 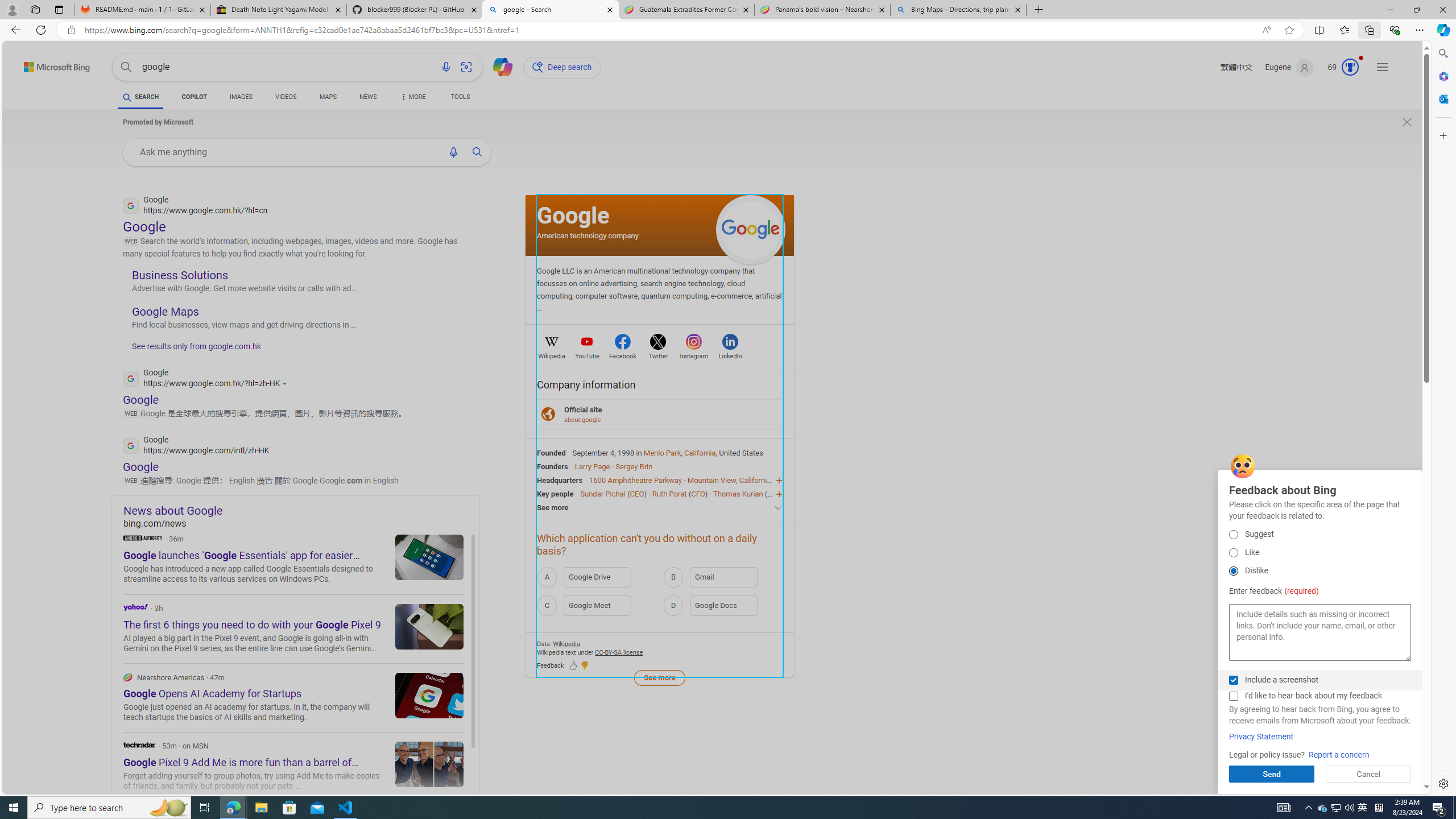 What do you see at coordinates (1233, 679) in the screenshot?
I see `'Include a screenshot'` at bounding box center [1233, 679].